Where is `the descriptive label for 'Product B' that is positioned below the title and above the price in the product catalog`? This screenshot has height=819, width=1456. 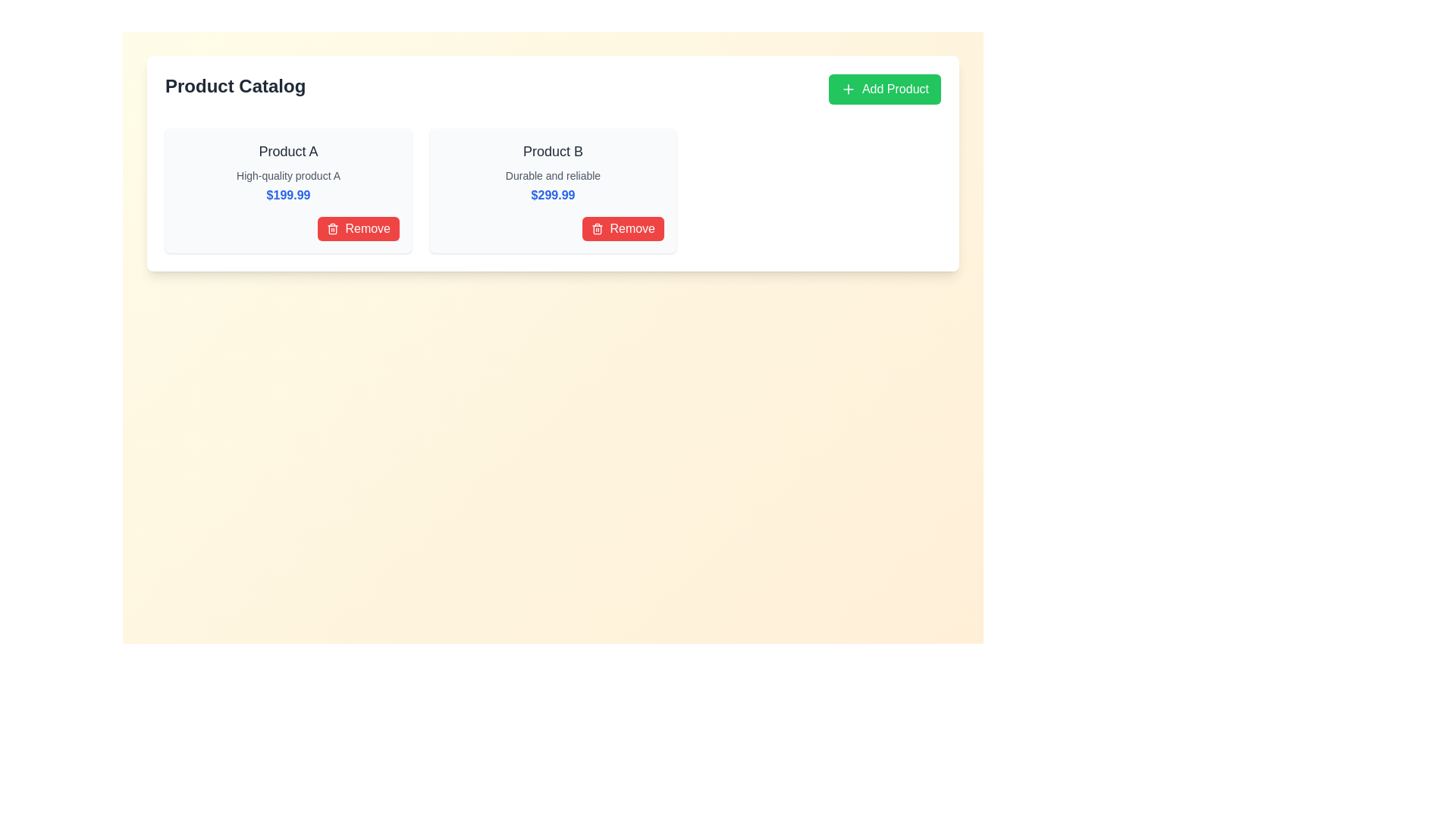 the descriptive label for 'Product B' that is positioned below the title and above the price in the product catalog is located at coordinates (552, 174).